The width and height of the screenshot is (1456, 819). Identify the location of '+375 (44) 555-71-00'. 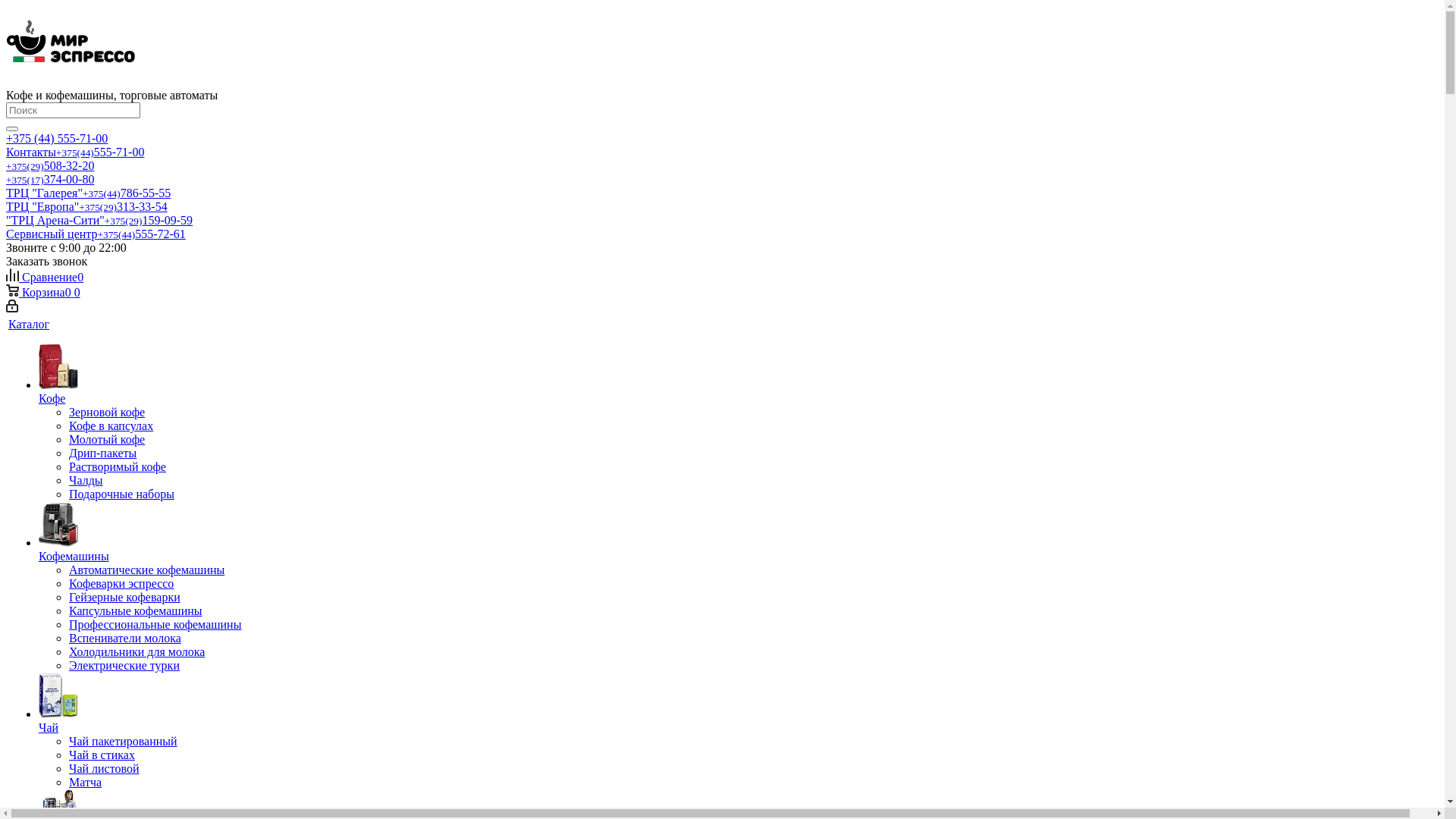
(57, 138).